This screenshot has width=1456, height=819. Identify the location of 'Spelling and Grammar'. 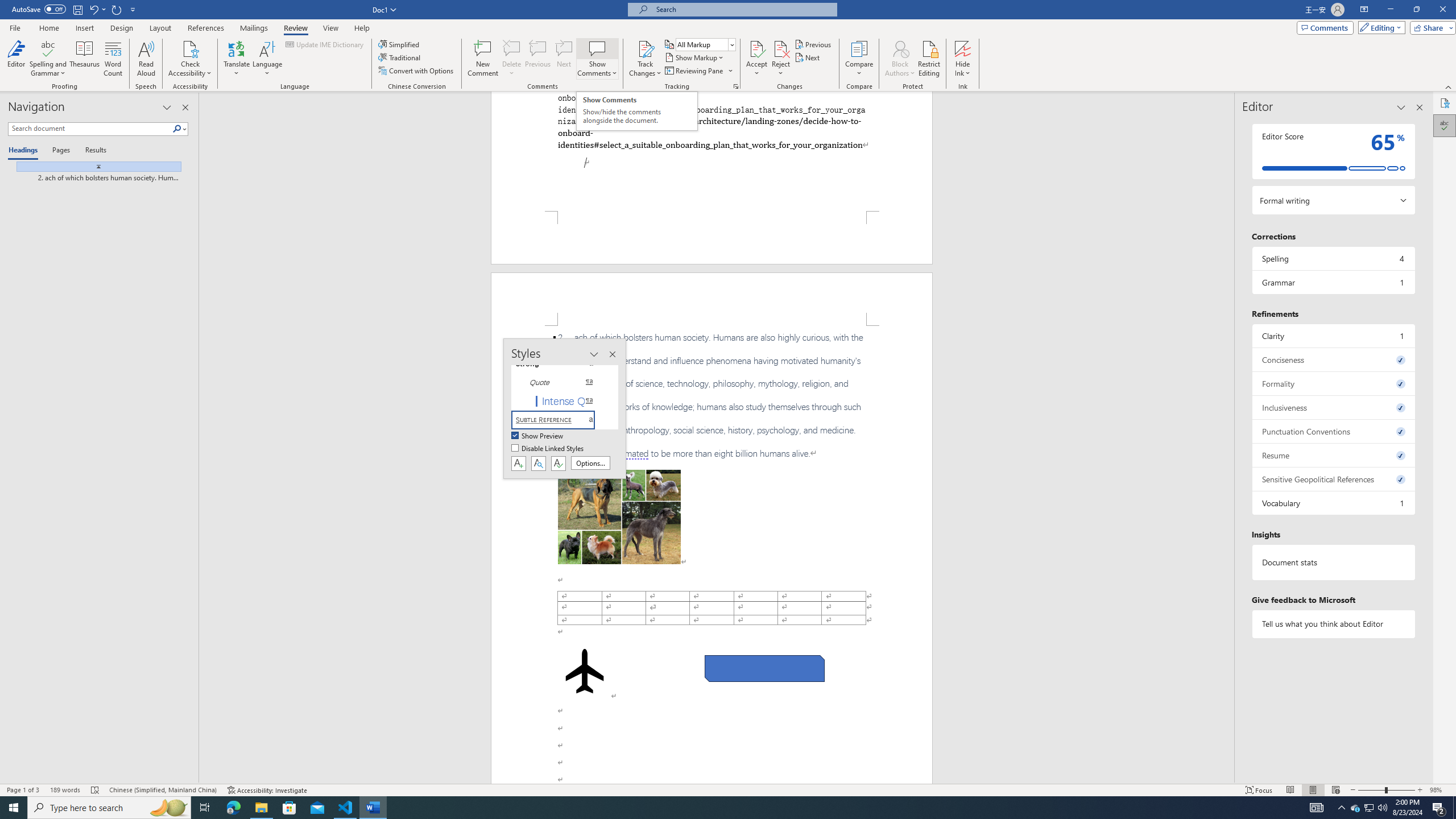
(48, 48).